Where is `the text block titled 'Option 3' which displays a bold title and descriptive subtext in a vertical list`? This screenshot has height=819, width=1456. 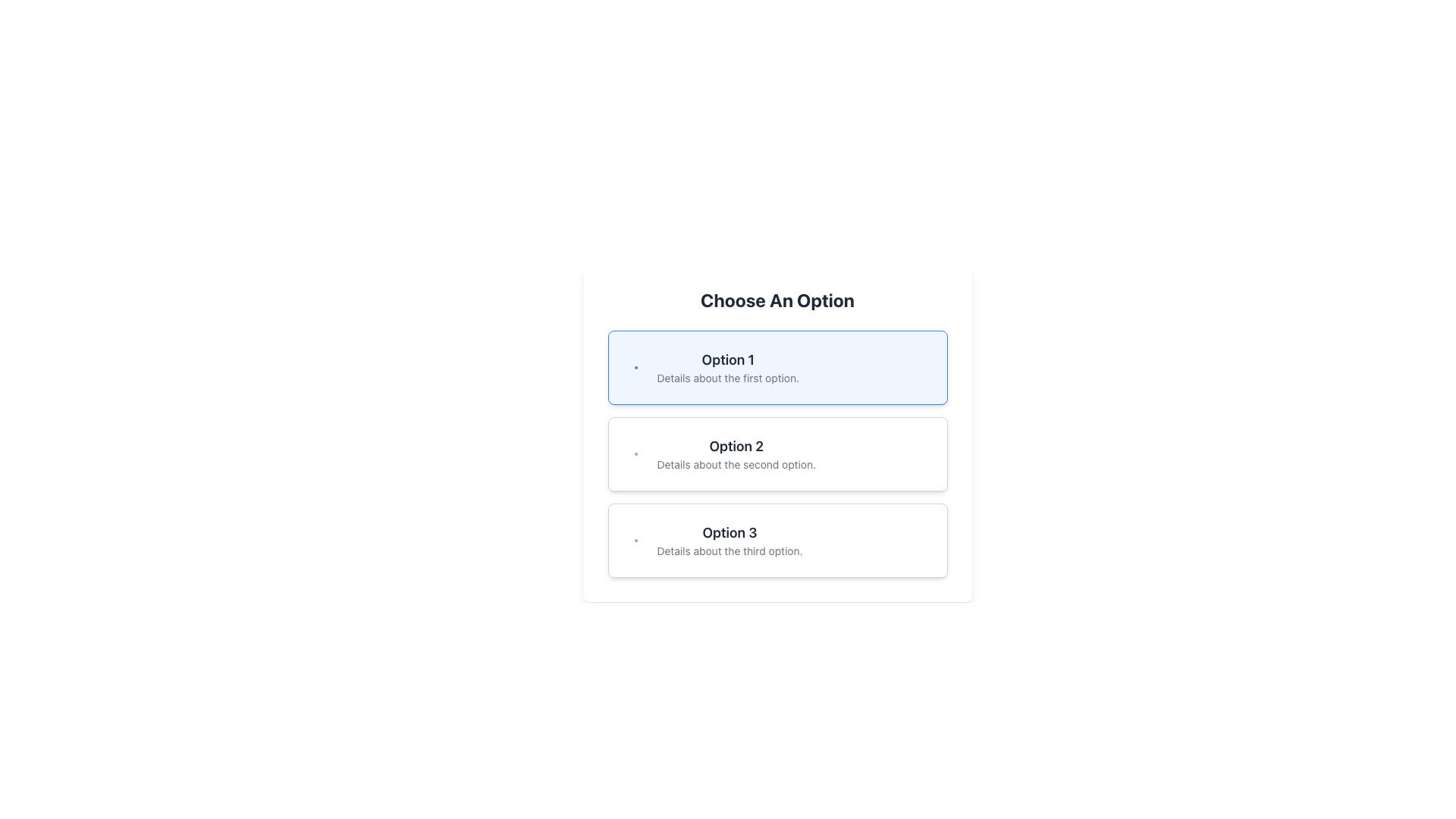
the text block titled 'Option 3' which displays a bold title and descriptive subtext in a vertical list is located at coordinates (730, 540).